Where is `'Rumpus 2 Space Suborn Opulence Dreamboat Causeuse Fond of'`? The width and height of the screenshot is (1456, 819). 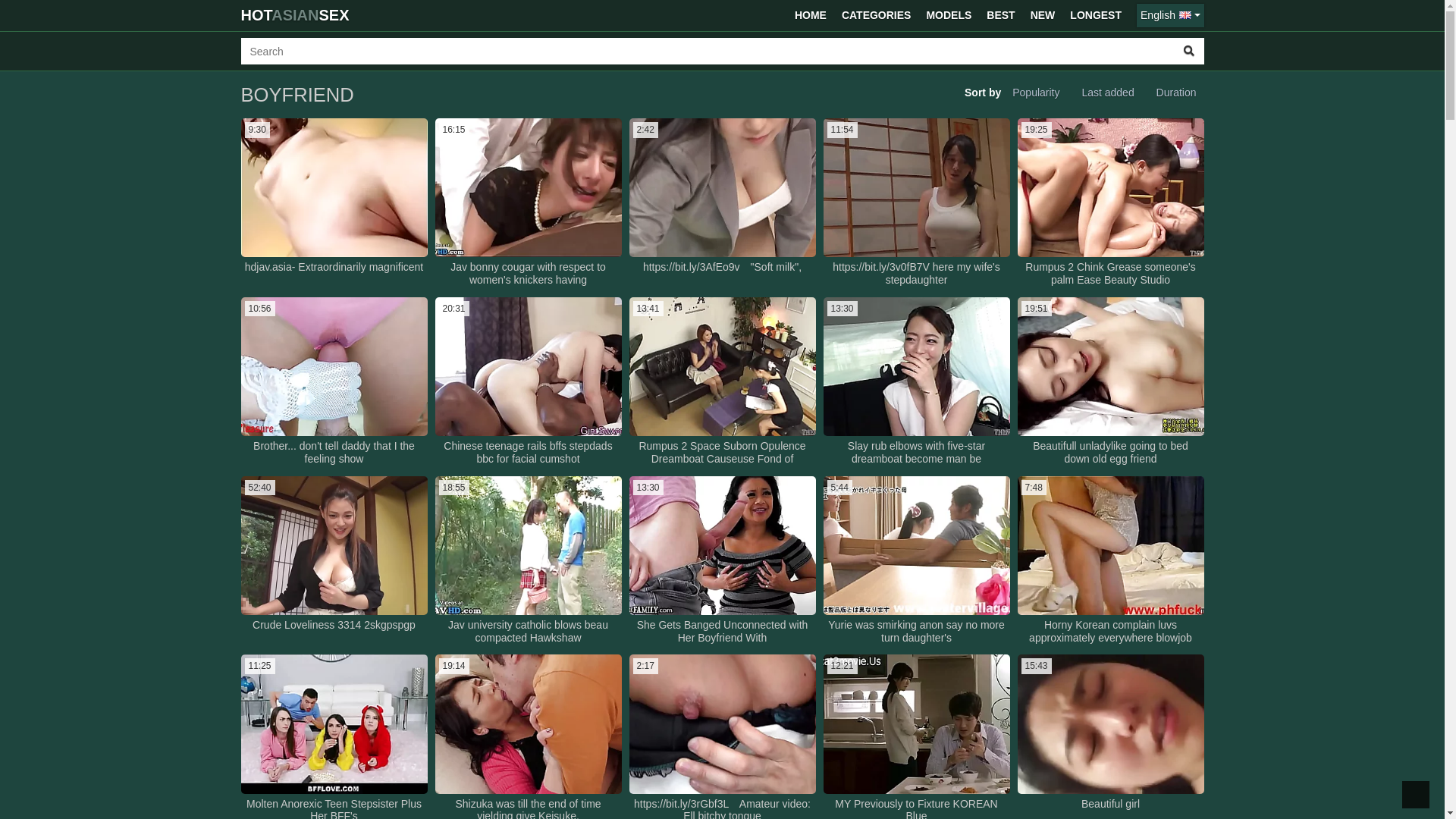
'Rumpus 2 Space Suborn Opulence Dreamboat Causeuse Fond of' is located at coordinates (720, 452).